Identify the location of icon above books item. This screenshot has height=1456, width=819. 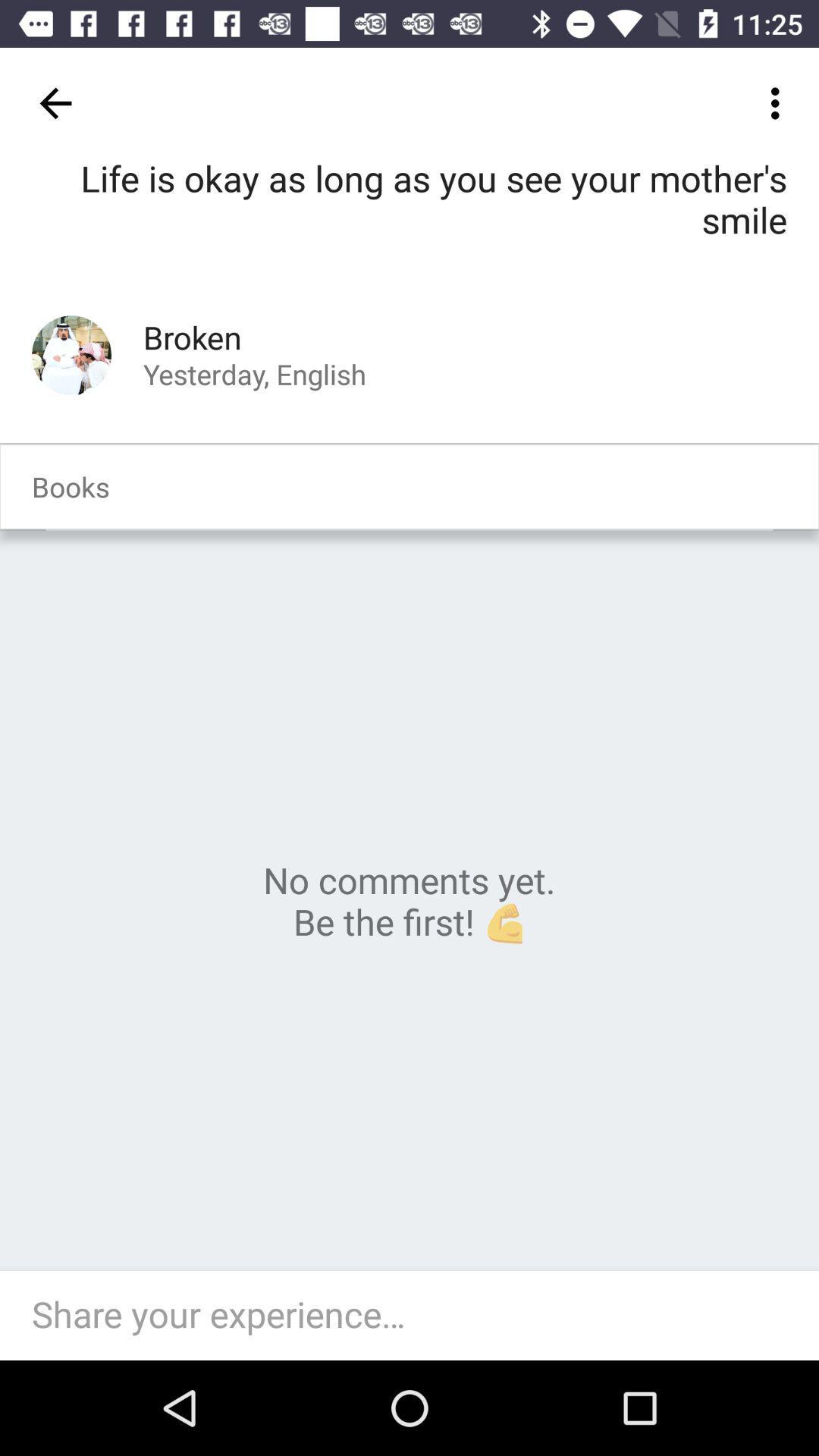
(71, 354).